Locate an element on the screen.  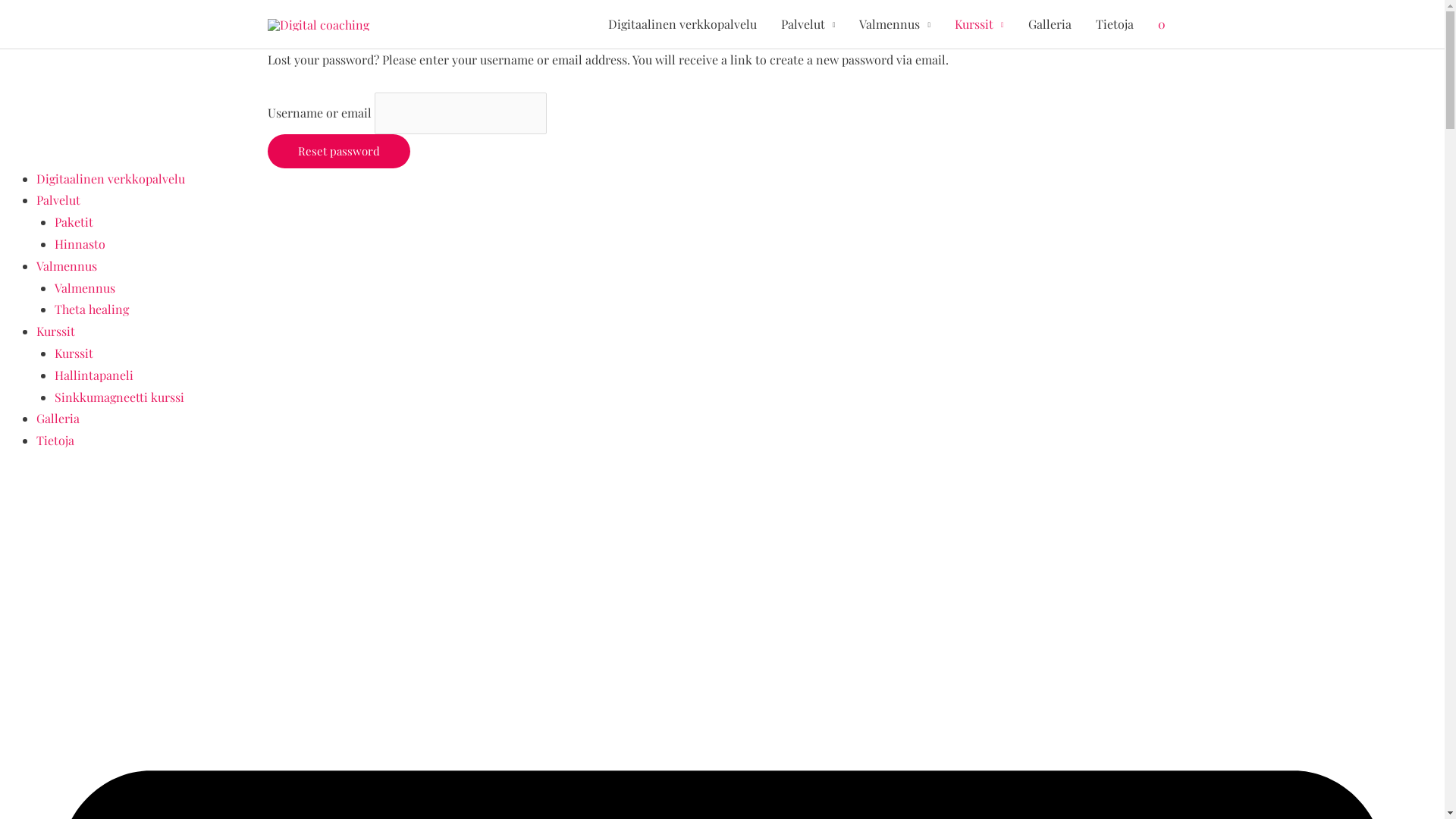
'Palvelut' is located at coordinates (768, 24).